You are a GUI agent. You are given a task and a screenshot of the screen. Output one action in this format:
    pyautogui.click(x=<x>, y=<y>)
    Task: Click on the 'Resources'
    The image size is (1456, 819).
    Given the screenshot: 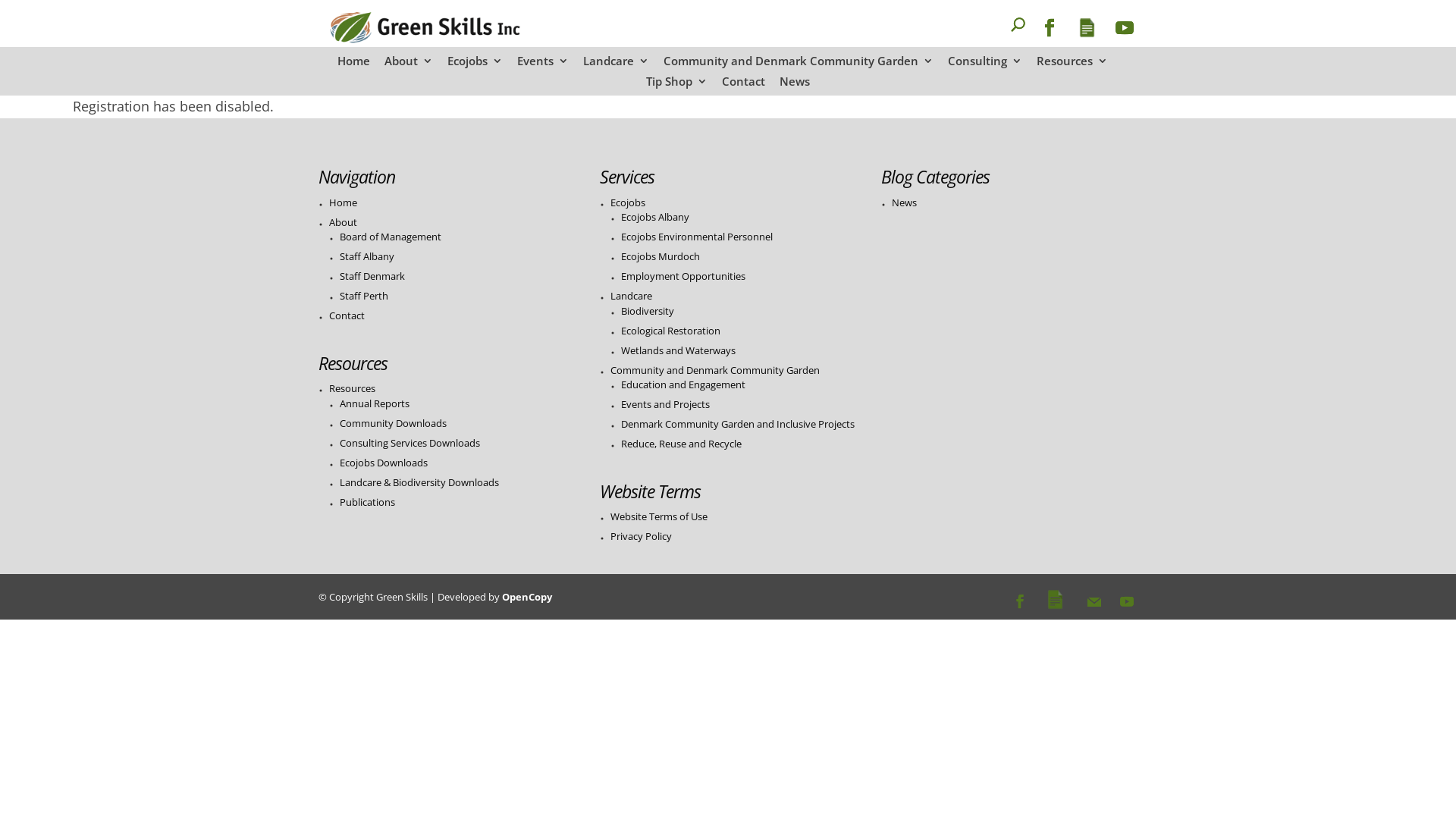 What is the action you would take?
    pyautogui.click(x=351, y=388)
    